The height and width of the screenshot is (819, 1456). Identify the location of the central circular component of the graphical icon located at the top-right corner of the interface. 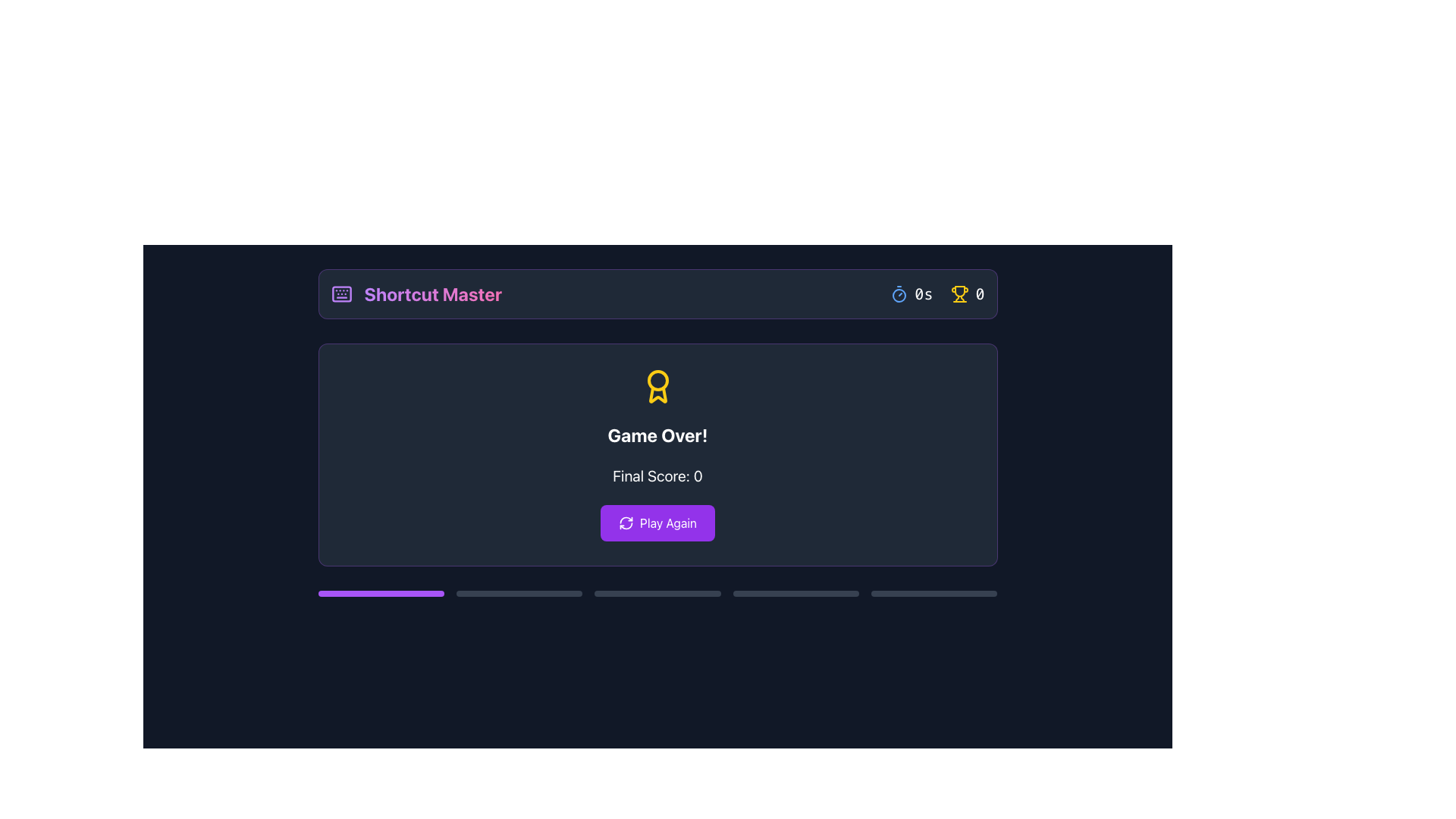
(899, 295).